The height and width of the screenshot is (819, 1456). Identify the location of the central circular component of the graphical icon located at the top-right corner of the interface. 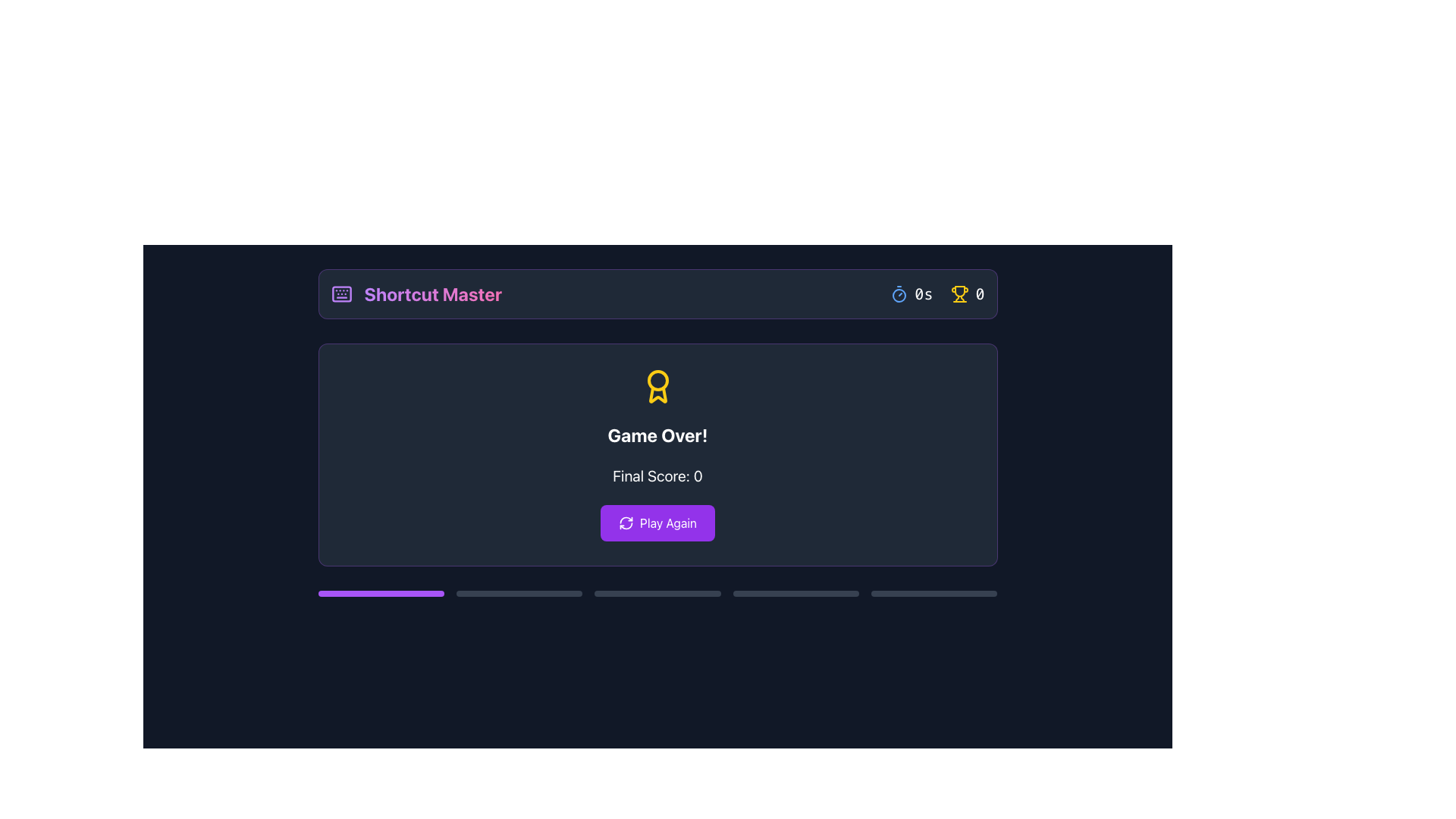
(899, 295).